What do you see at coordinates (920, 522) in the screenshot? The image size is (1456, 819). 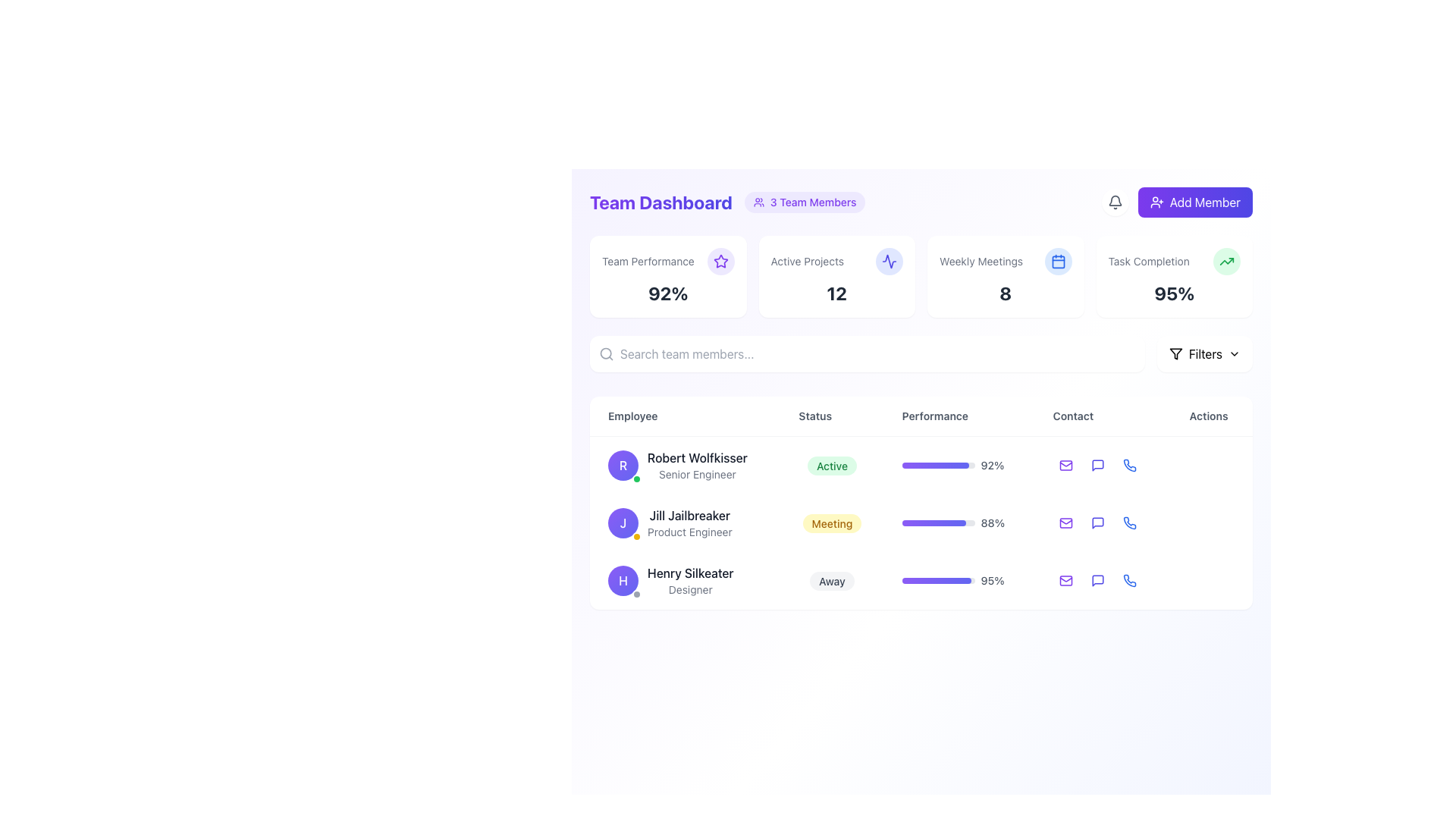 I see `the performance bar of the second list item in the 'Team Dashboard' section, which displays details about a team member` at bounding box center [920, 522].